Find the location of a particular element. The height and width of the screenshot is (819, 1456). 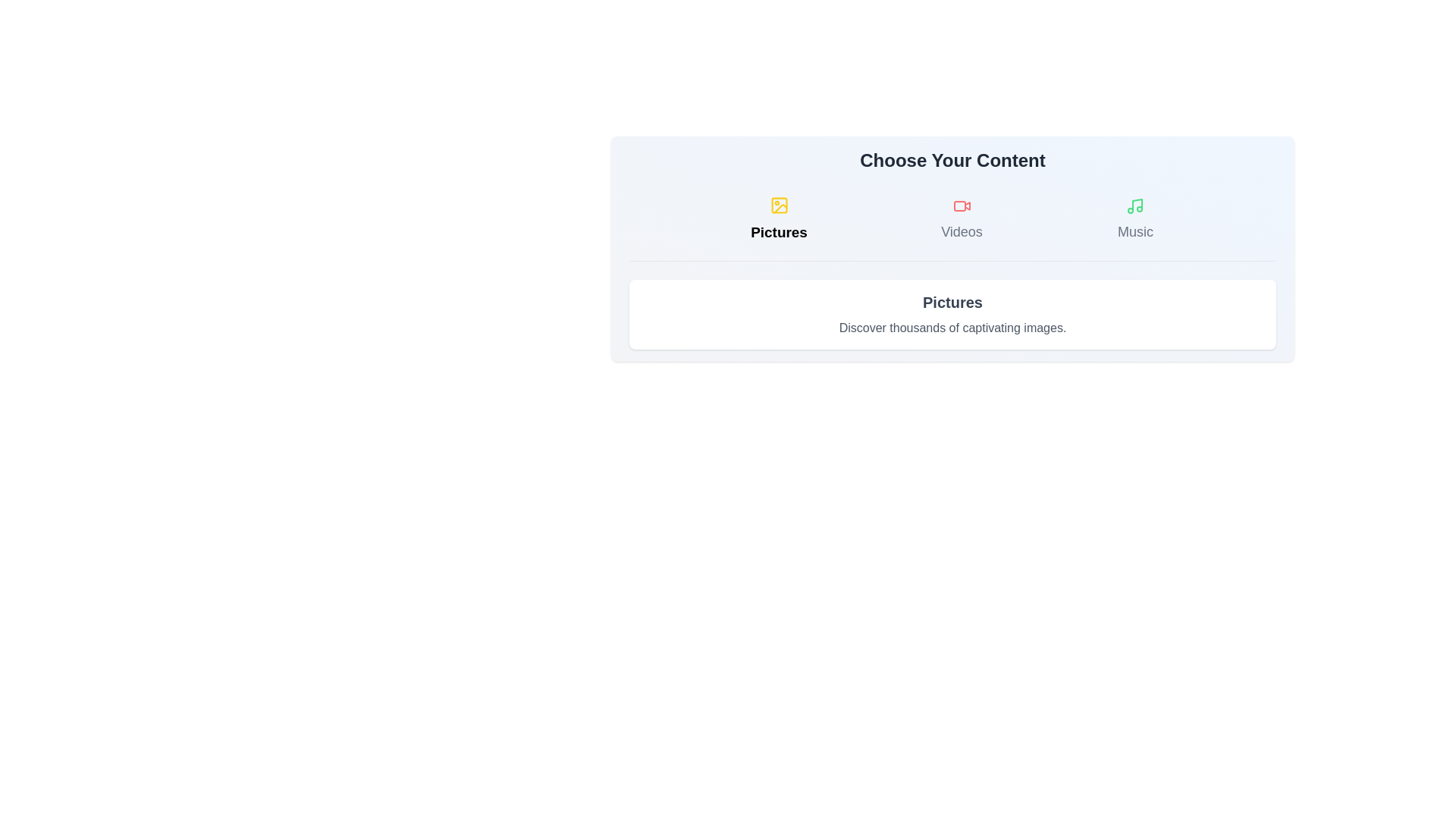

the Videos tab to switch content is located at coordinates (961, 219).